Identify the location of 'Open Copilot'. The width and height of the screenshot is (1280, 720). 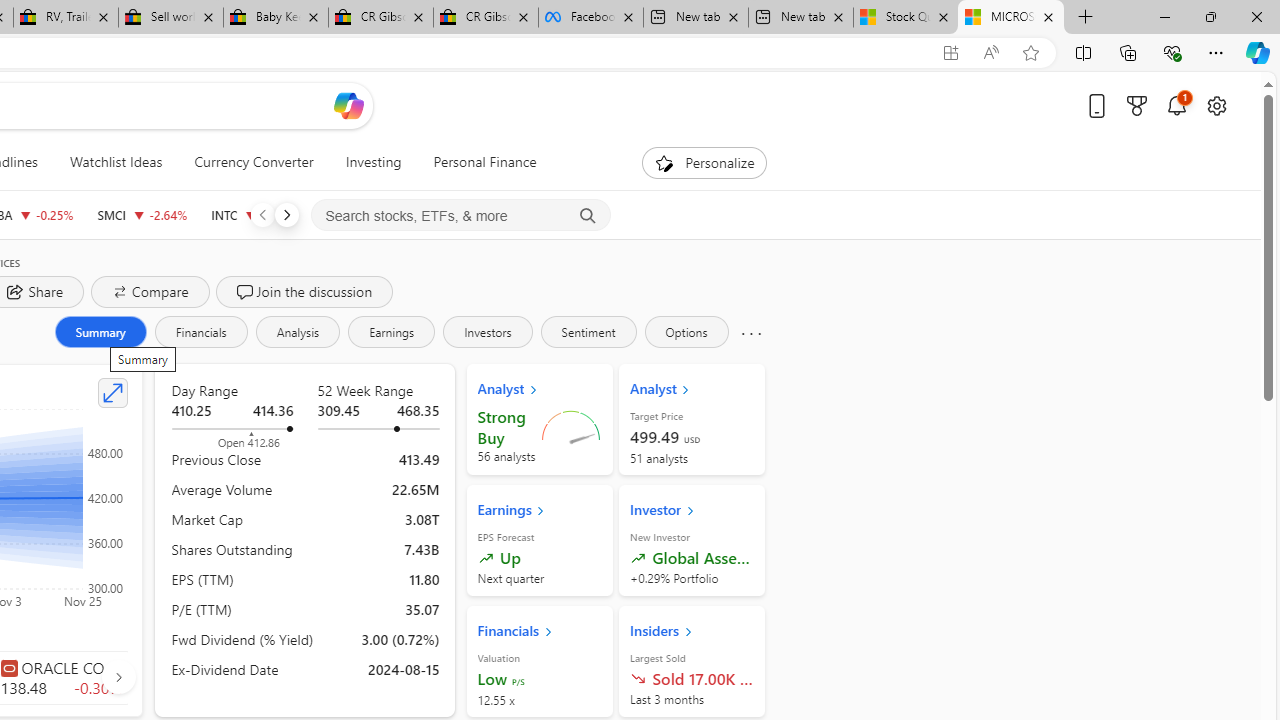
(348, 105).